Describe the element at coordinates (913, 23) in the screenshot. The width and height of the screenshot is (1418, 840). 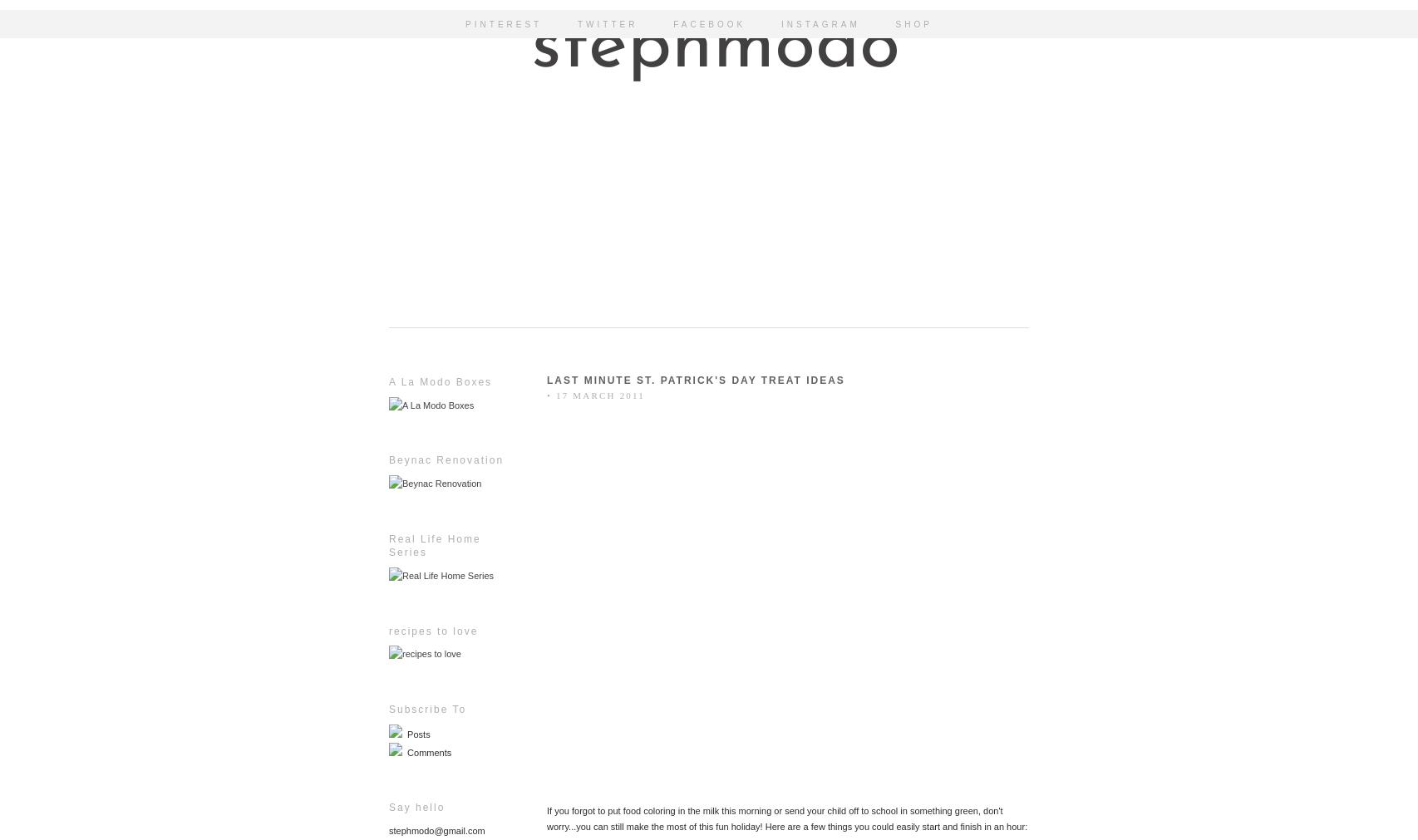
I see `'SHOP'` at that location.